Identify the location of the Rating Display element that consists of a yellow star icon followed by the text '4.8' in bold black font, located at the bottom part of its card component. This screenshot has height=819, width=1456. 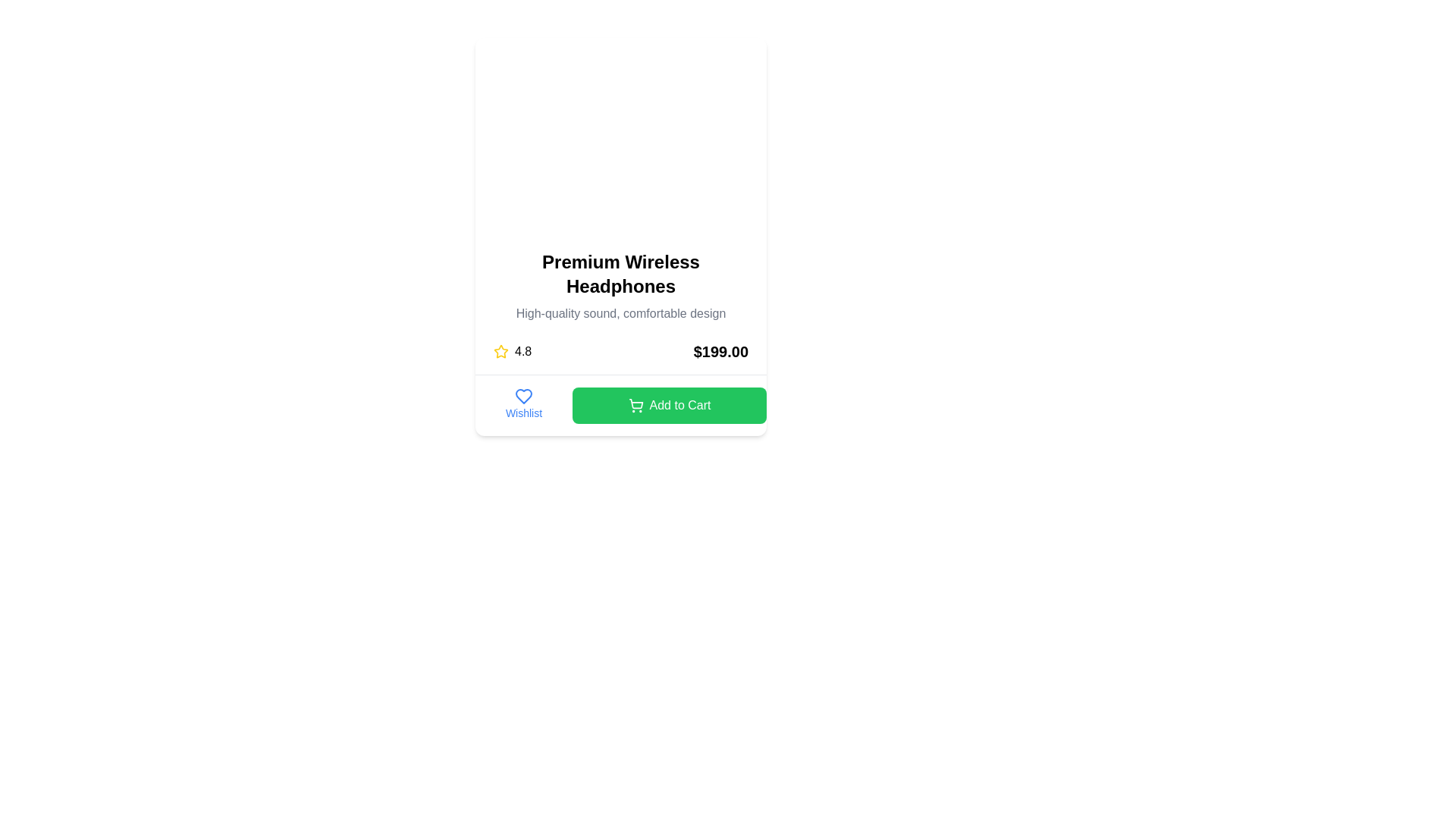
(513, 351).